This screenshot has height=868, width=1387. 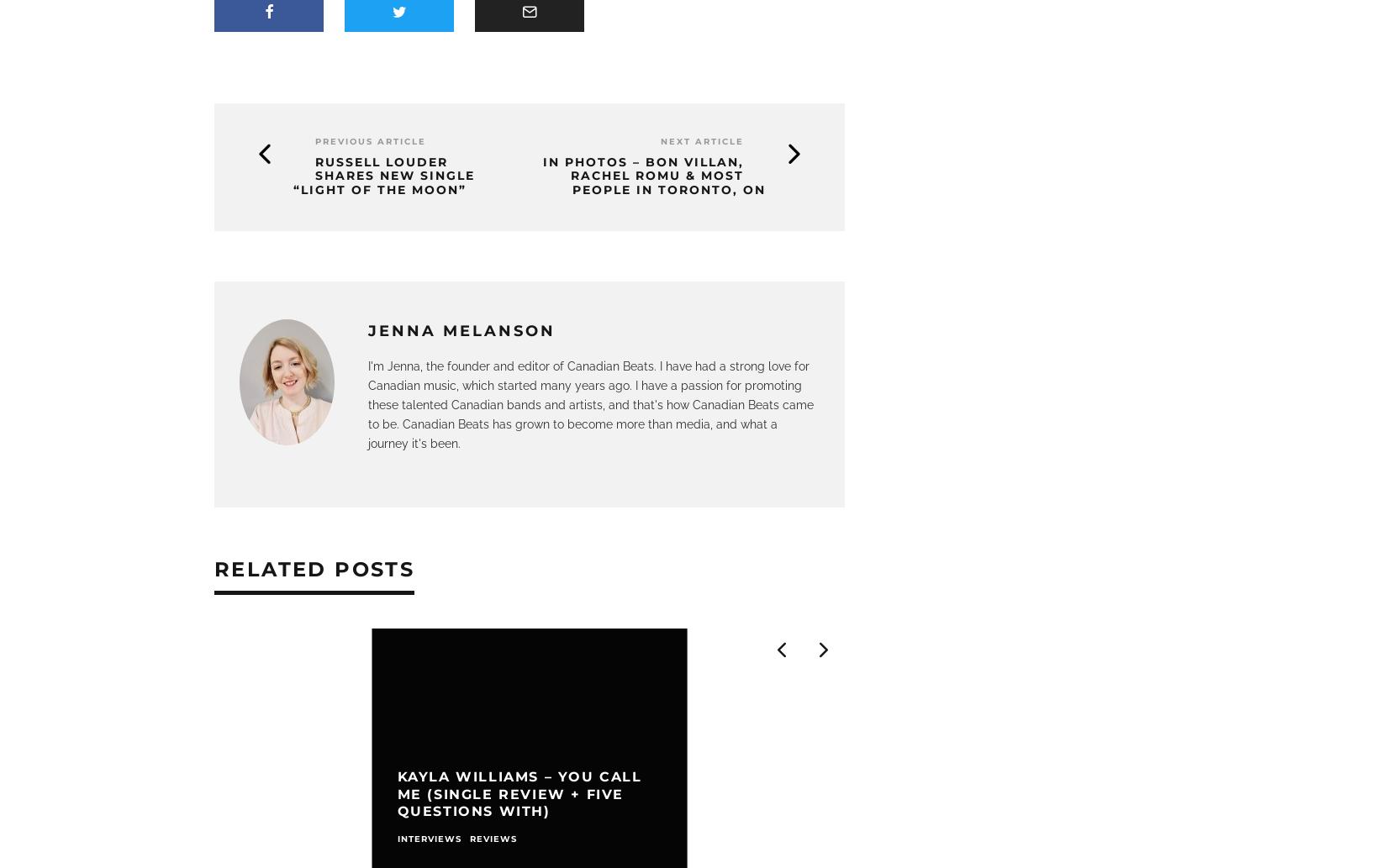 I want to click on 'Interviews', so click(x=396, y=838).